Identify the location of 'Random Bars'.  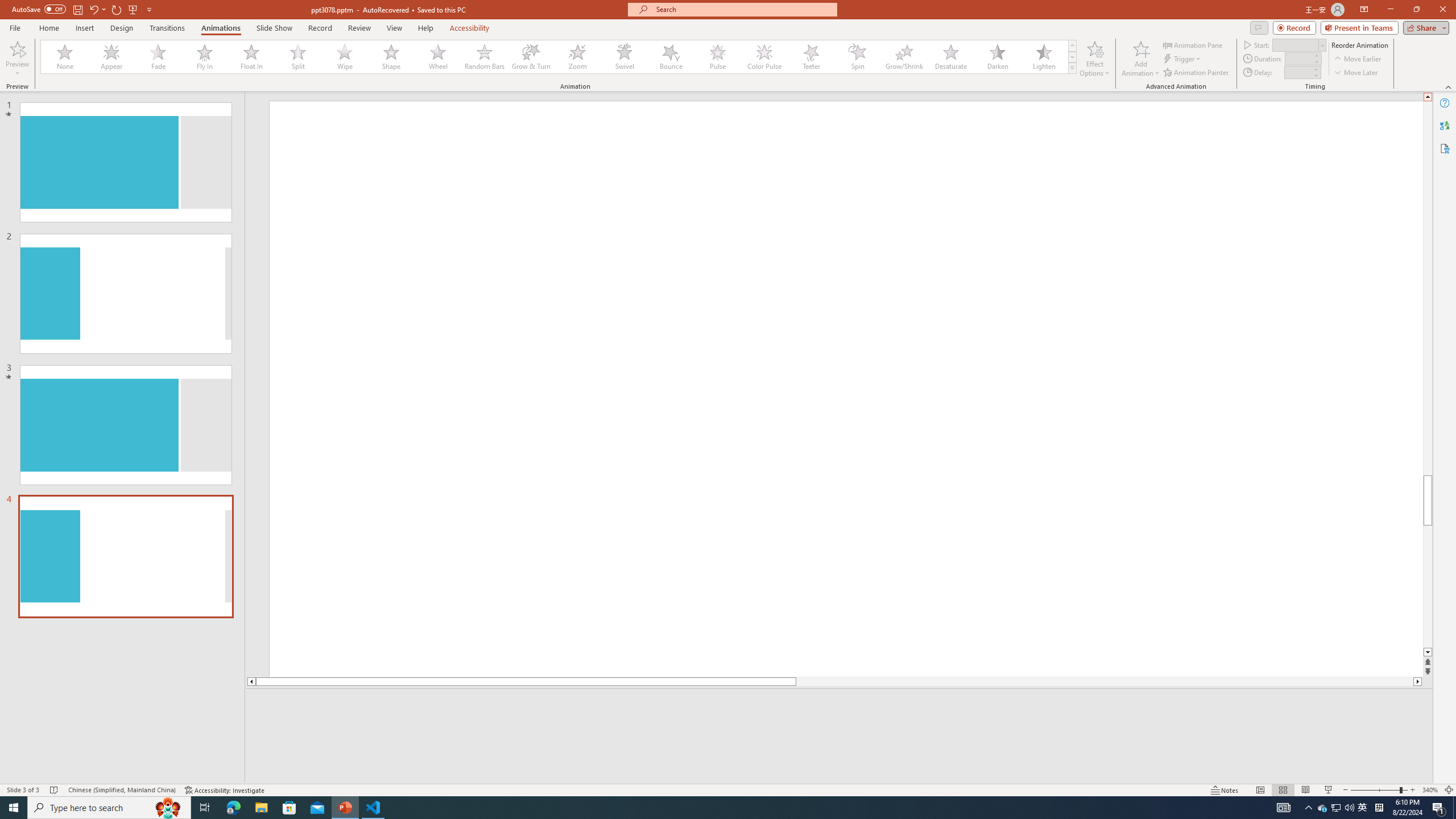
(484, 56).